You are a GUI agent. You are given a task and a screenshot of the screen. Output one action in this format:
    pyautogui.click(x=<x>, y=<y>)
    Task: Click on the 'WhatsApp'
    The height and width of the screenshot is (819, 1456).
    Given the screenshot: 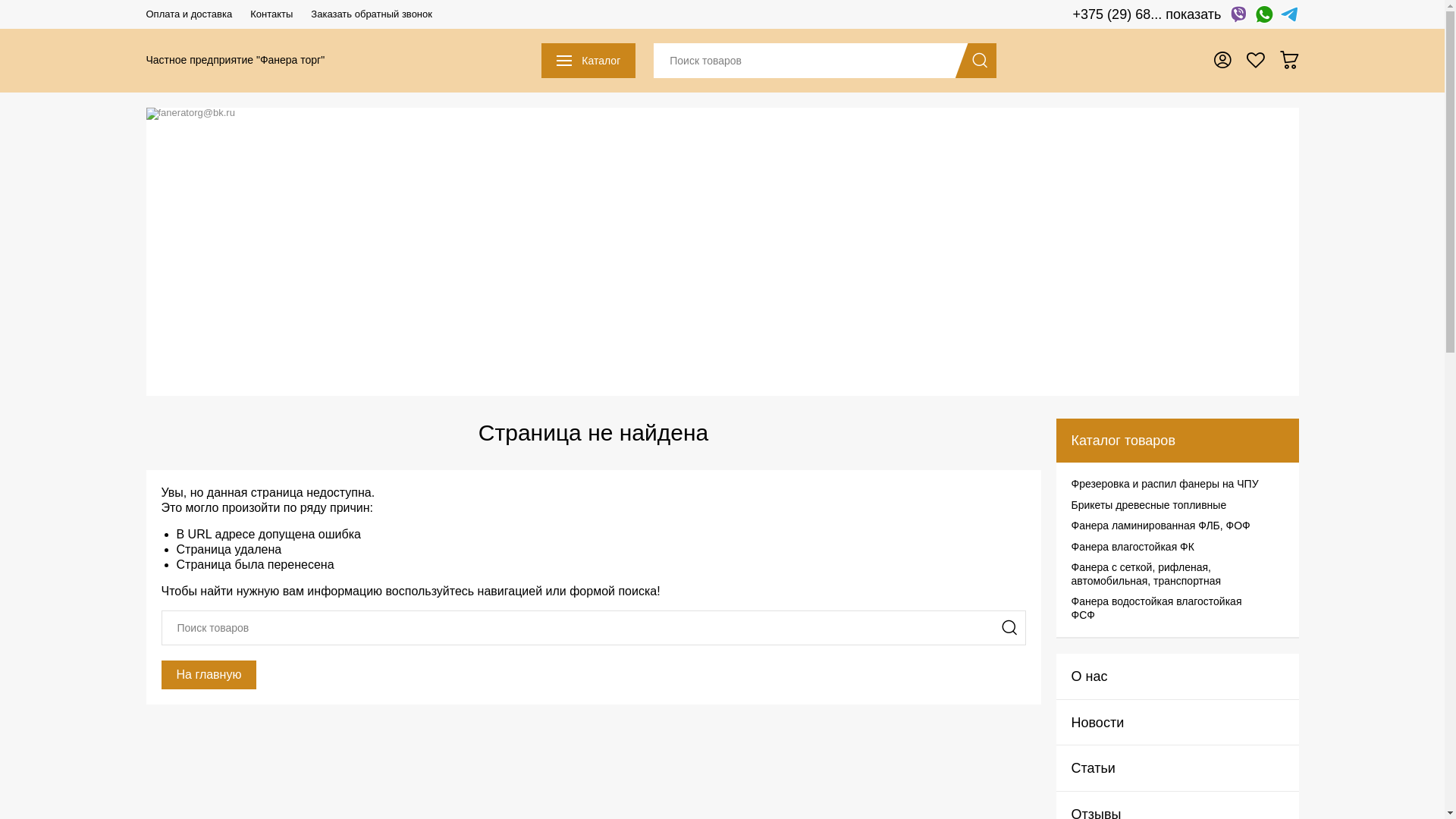 What is the action you would take?
    pyautogui.click(x=1254, y=14)
    